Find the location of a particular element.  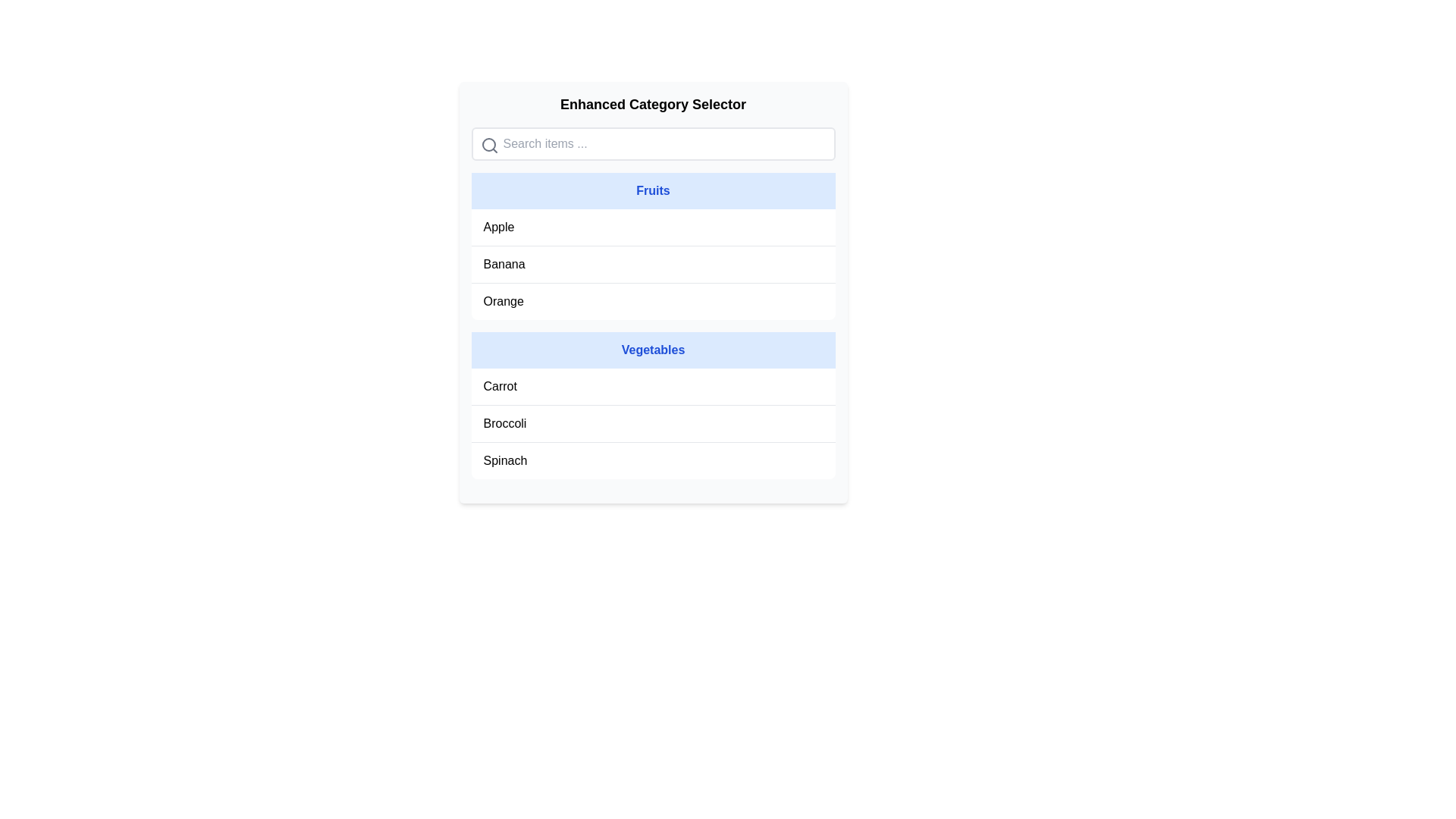

the SVG circle element of the magnifying glass icon located in the top-left corner of the search bar is located at coordinates (488, 145).